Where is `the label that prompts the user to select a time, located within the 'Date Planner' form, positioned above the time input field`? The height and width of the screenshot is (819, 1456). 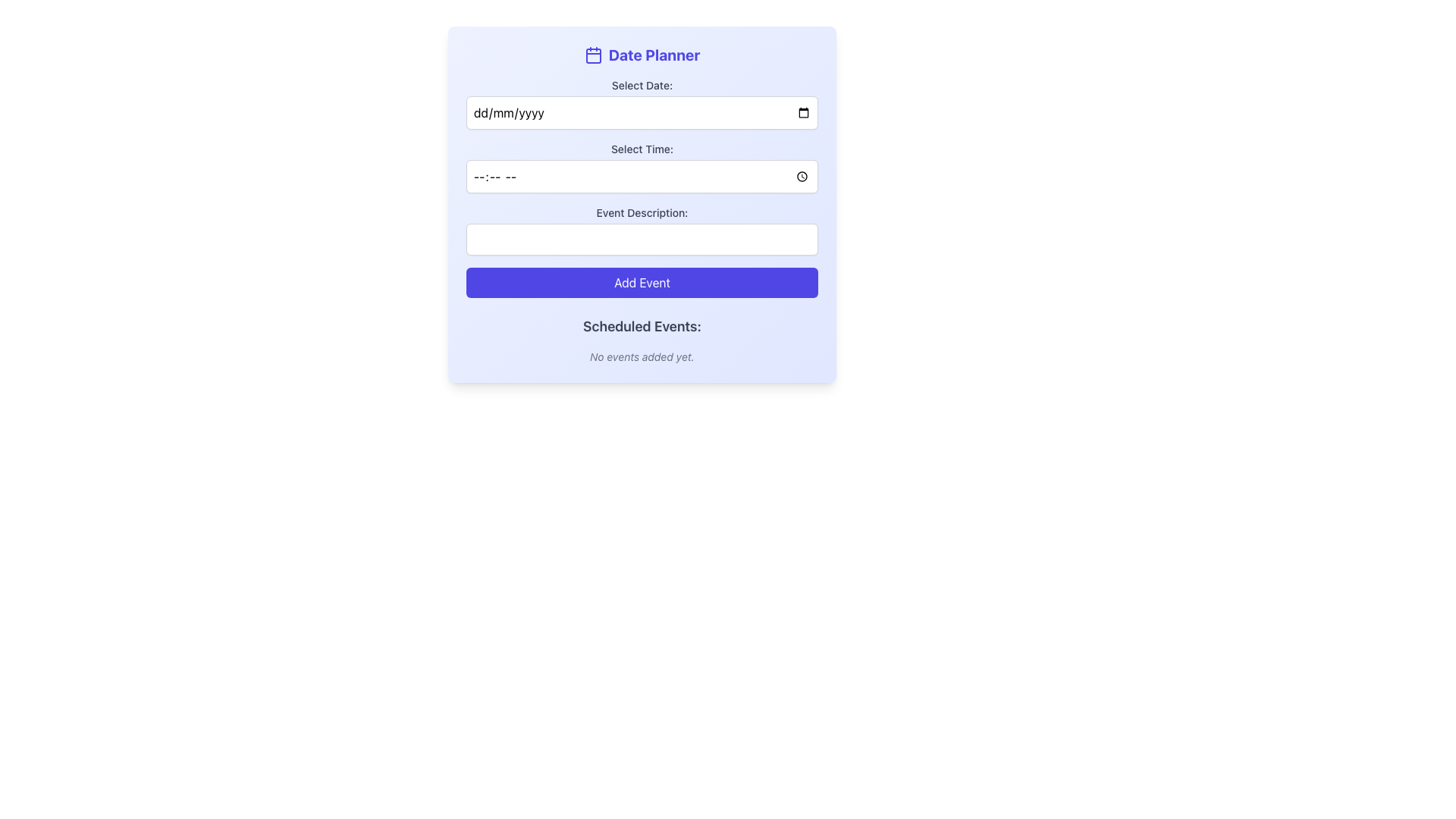 the label that prompts the user to select a time, located within the 'Date Planner' form, positioned above the time input field is located at coordinates (642, 149).